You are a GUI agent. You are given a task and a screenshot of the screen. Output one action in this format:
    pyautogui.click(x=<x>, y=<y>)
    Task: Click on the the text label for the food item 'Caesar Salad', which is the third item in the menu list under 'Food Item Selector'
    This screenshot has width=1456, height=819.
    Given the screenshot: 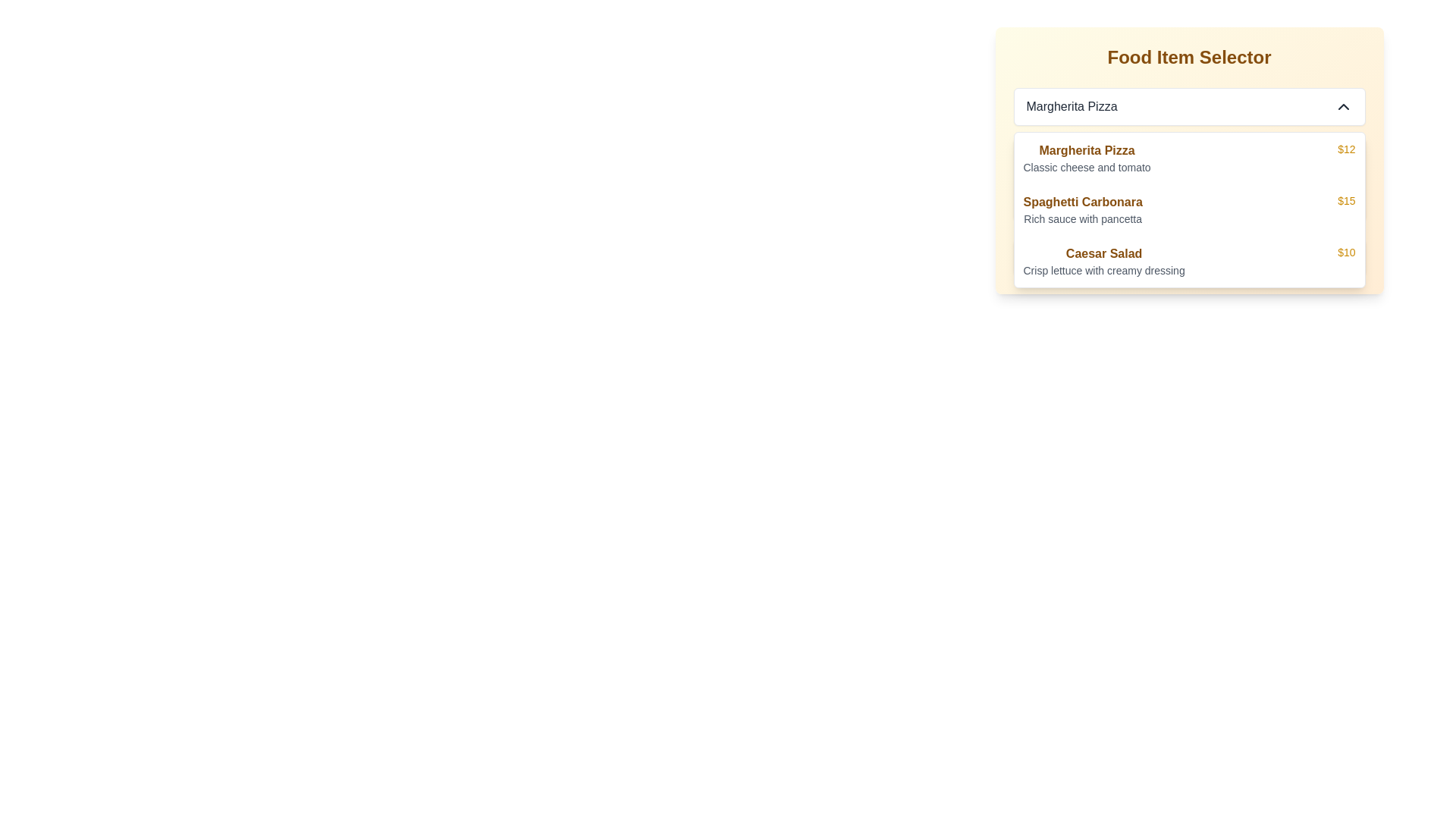 What is the action you would take?
    pyautogui.click(x=1104, y=253)
    